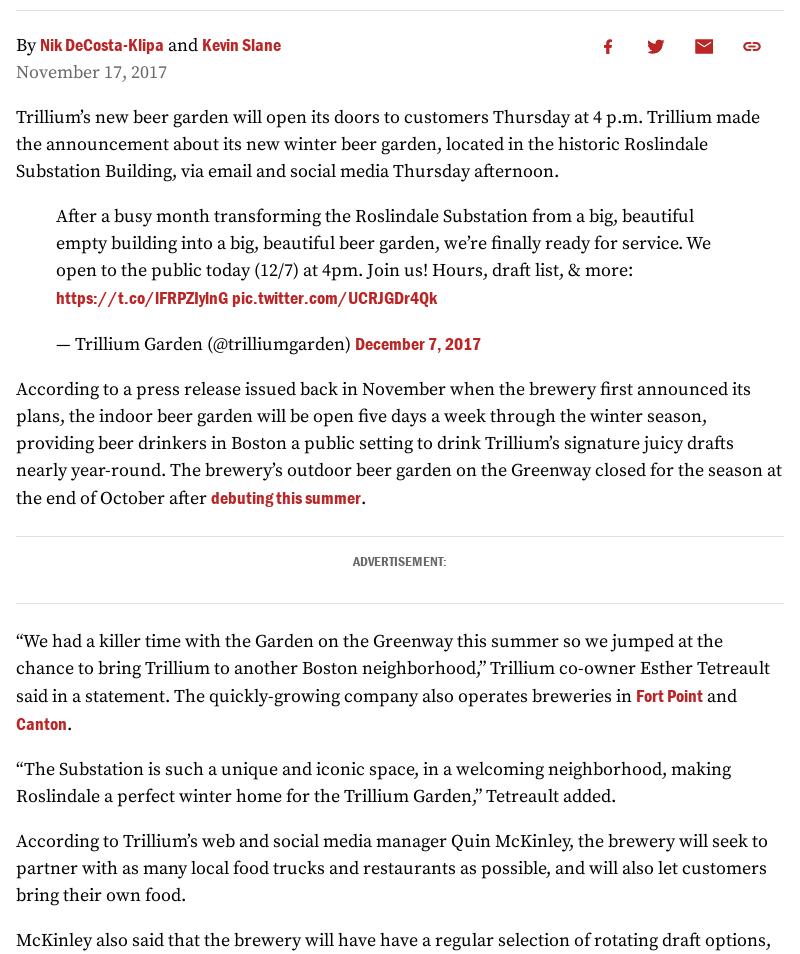 The image size is (800, 954). What do you see at coordinates (142, 297) in the screenshot?
I see `'https://t.co/lFRPZIylnG'` at bounding box center [142, 297].